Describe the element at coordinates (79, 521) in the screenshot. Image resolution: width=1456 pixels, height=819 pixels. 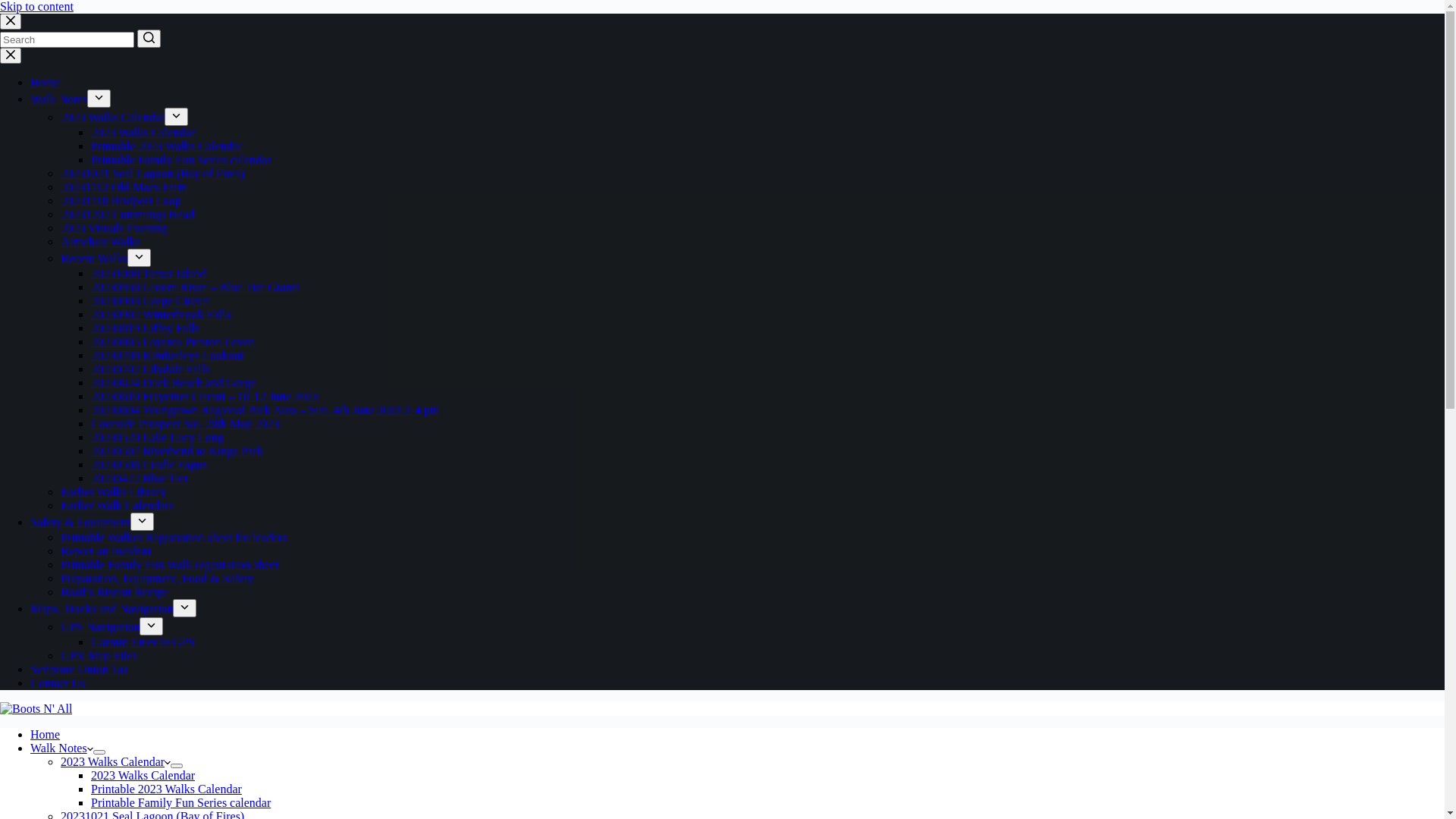
I see `'Safety & Equipment'` at that location.